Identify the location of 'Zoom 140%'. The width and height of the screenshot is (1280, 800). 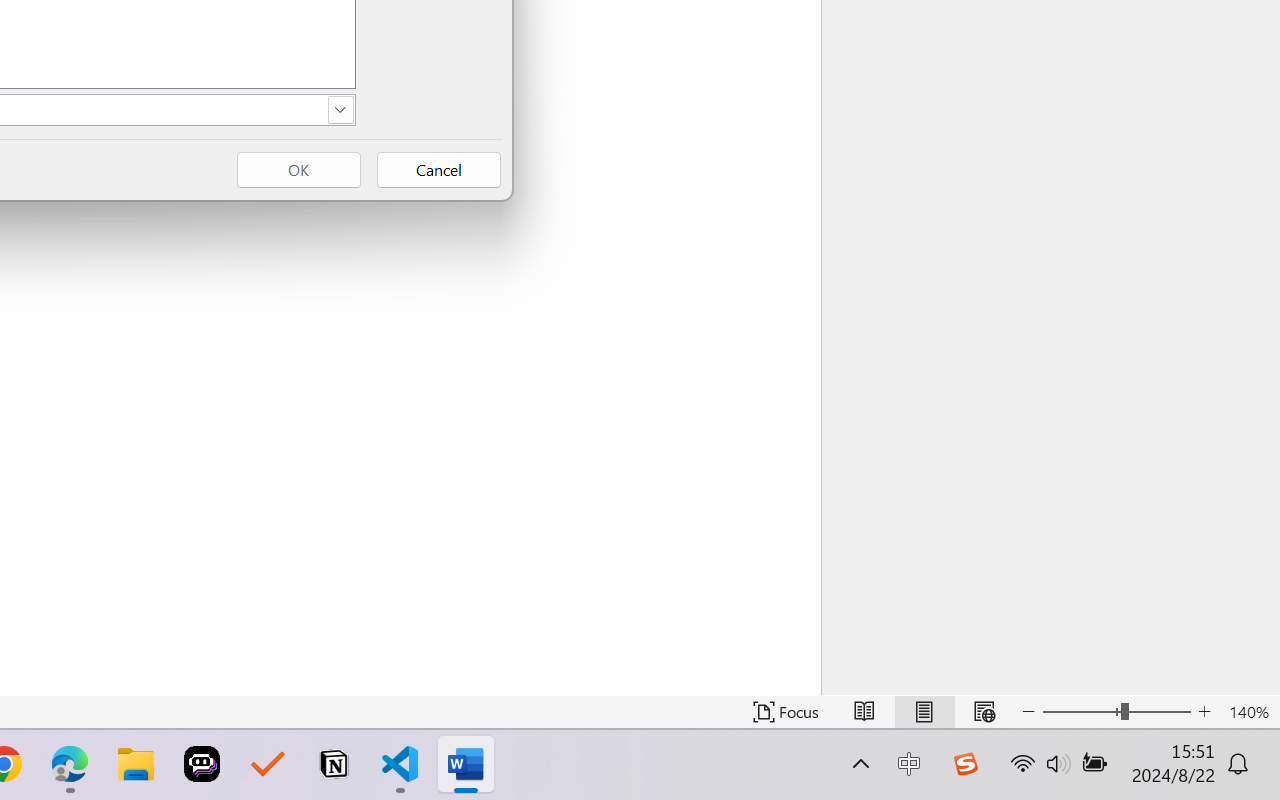
(1248, 711).